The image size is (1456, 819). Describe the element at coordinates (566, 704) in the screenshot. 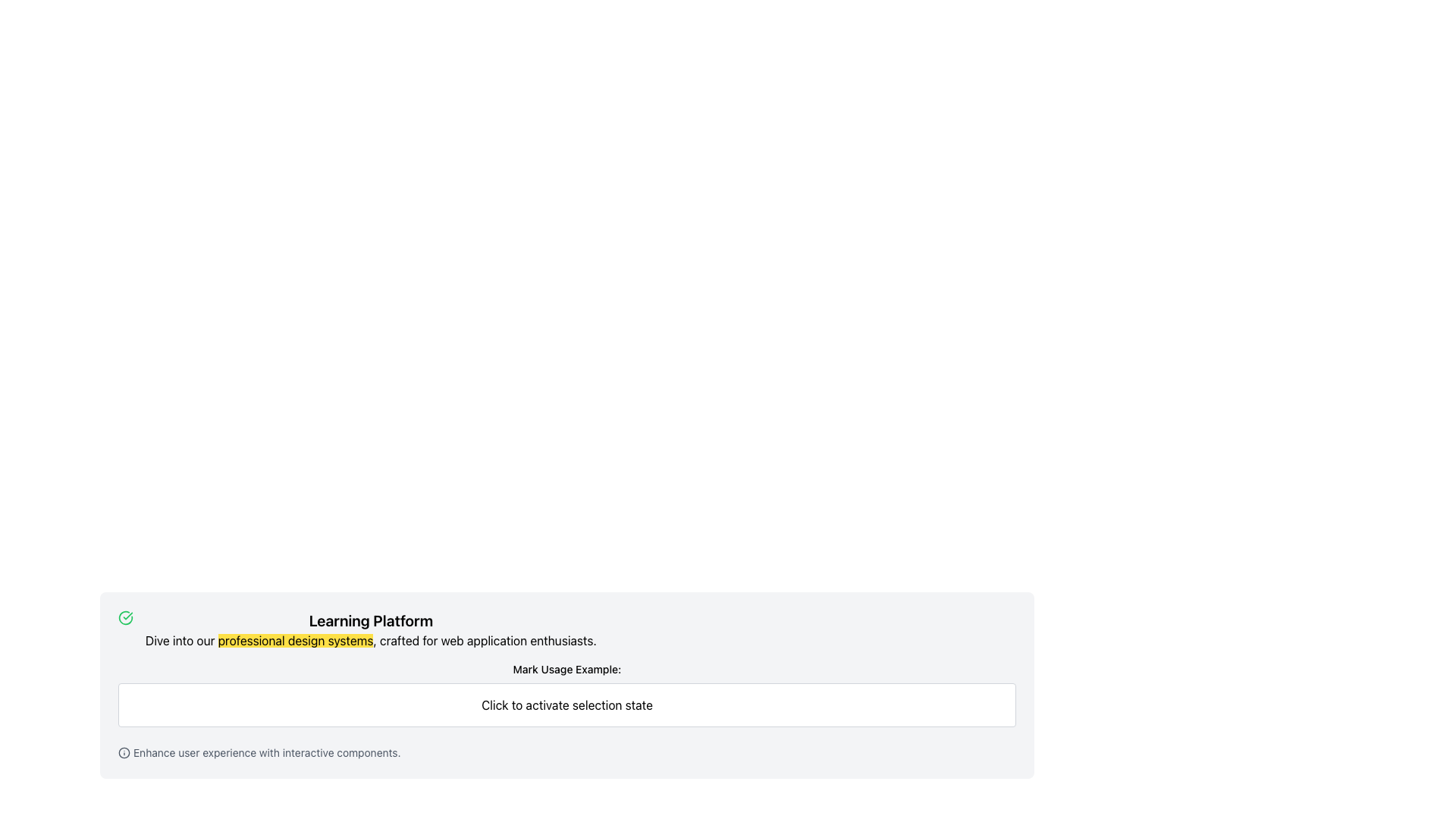

I see `the rectangular text box with rounded corners that has a white background and a gray border, containing the text 'Click to activate selection state'` at that location.